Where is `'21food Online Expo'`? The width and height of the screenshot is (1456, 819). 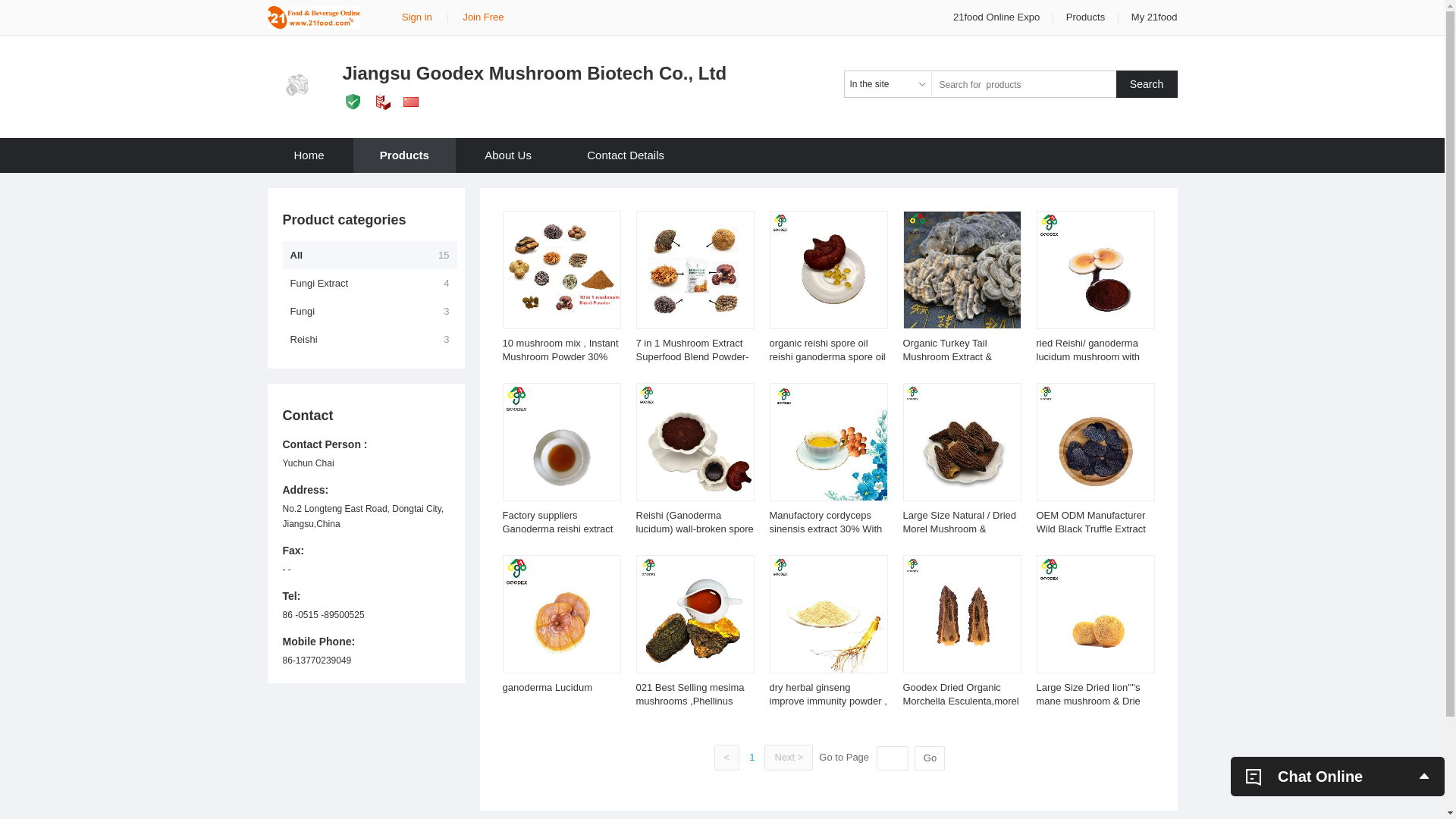
'21food Online Expo' is located at coordinates (997, 17).